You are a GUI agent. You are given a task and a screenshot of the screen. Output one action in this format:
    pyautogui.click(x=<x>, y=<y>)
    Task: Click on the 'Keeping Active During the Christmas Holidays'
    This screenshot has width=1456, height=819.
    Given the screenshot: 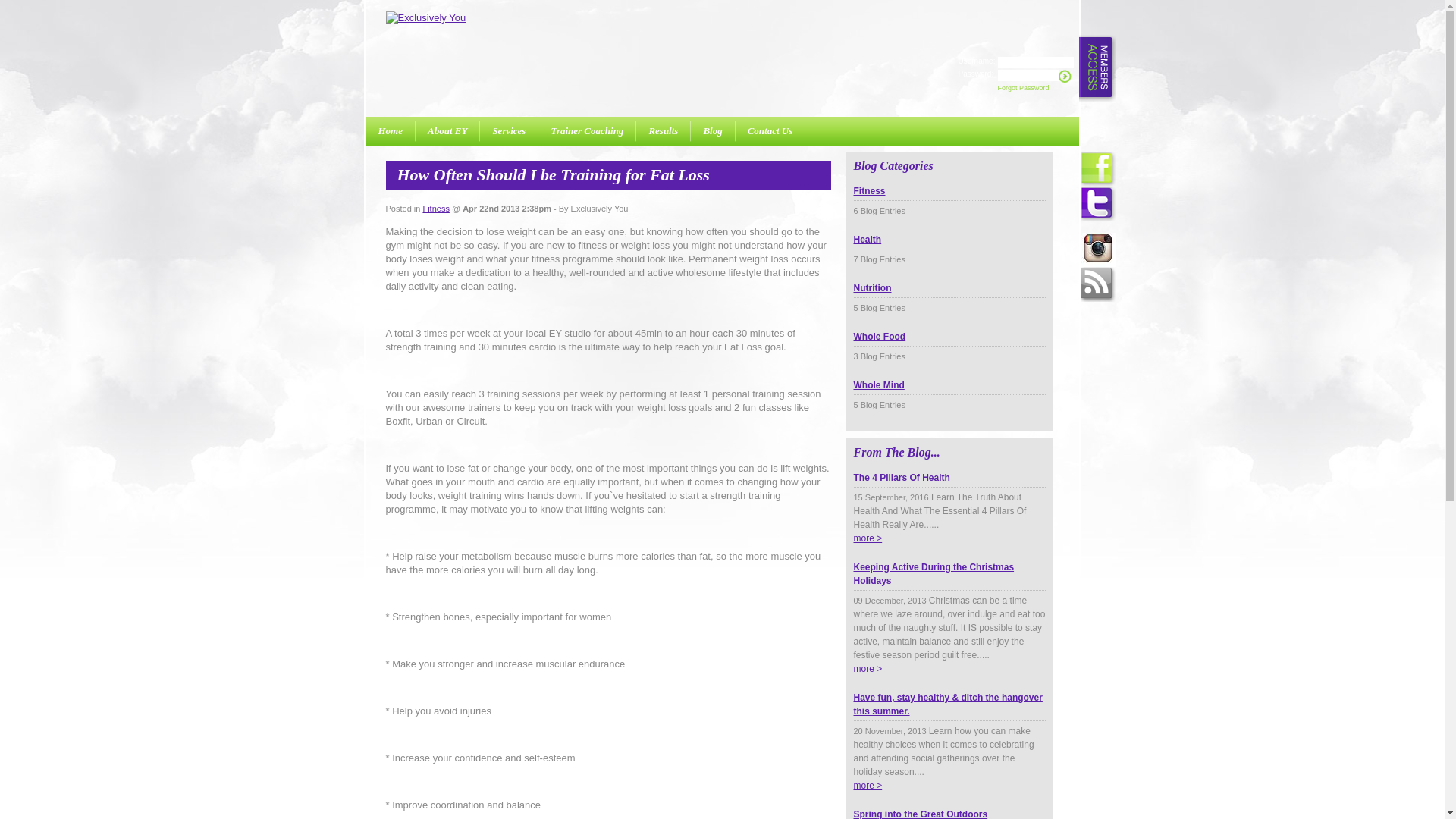 What is the action you would take?
    pyautogui.click(x=949, y=582)
    